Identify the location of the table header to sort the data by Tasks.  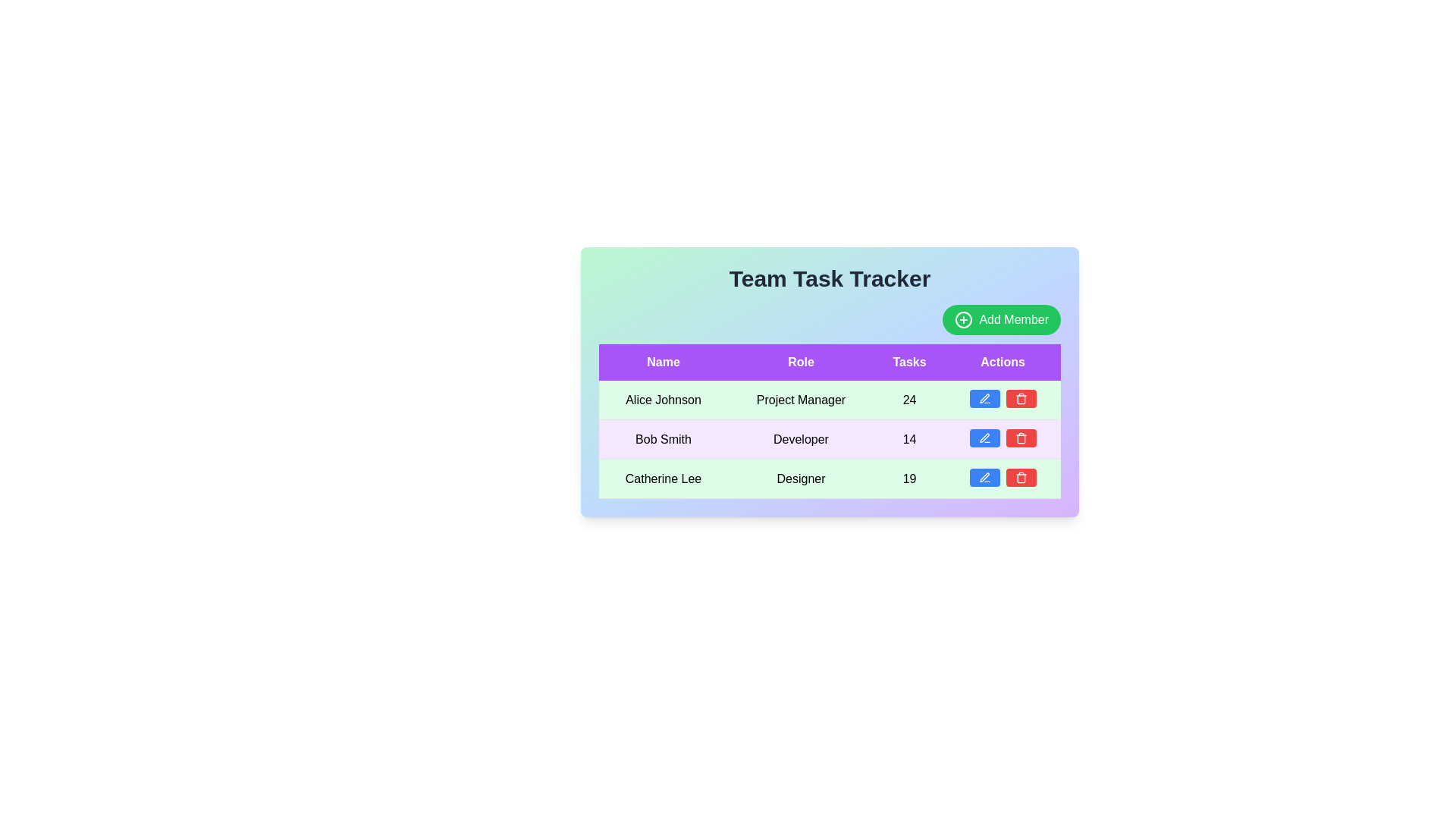
(909, 362).